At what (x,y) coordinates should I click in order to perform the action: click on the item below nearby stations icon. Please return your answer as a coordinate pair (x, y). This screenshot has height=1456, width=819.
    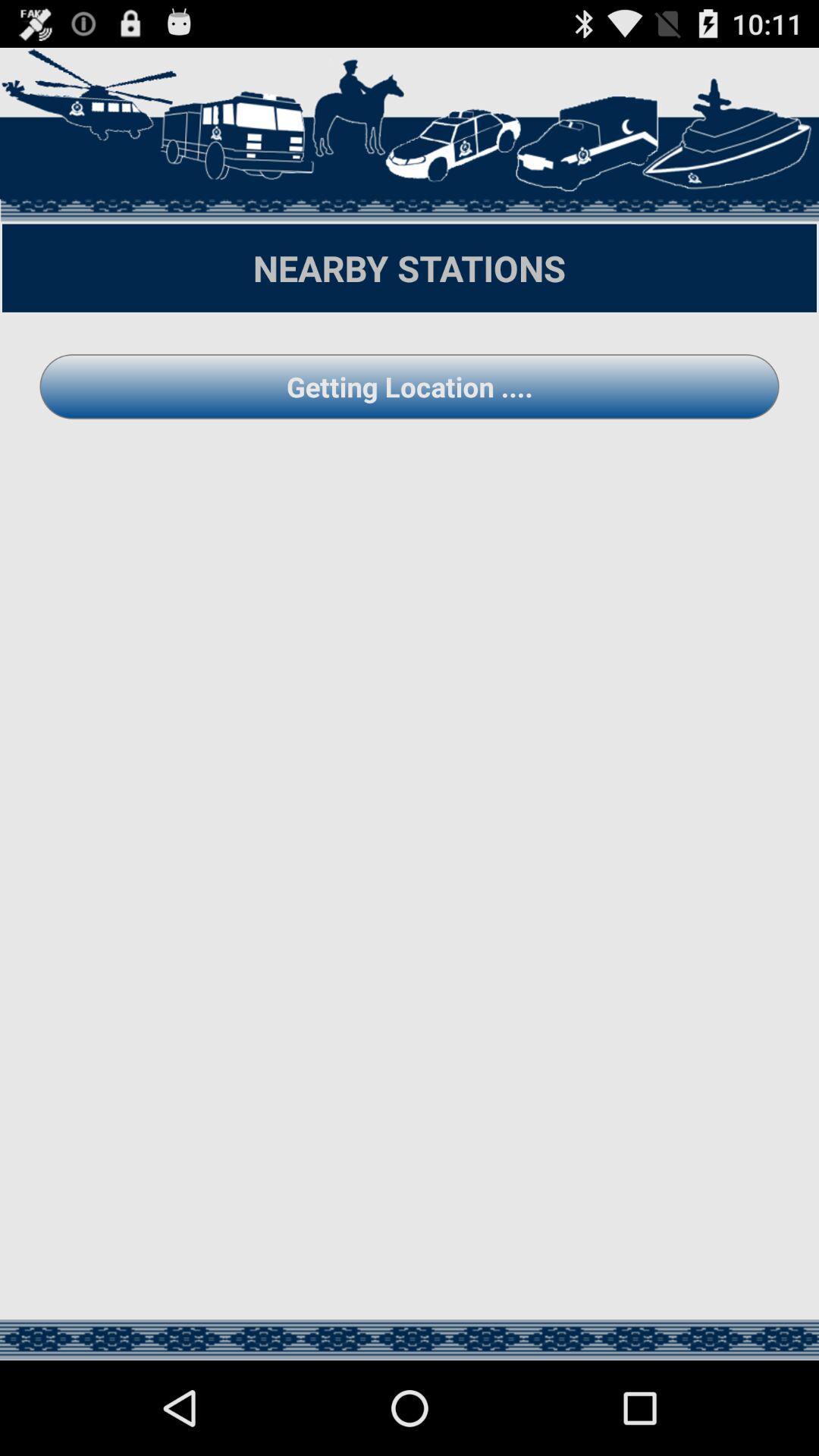
    Looking at the image, I should click on (409, 386).